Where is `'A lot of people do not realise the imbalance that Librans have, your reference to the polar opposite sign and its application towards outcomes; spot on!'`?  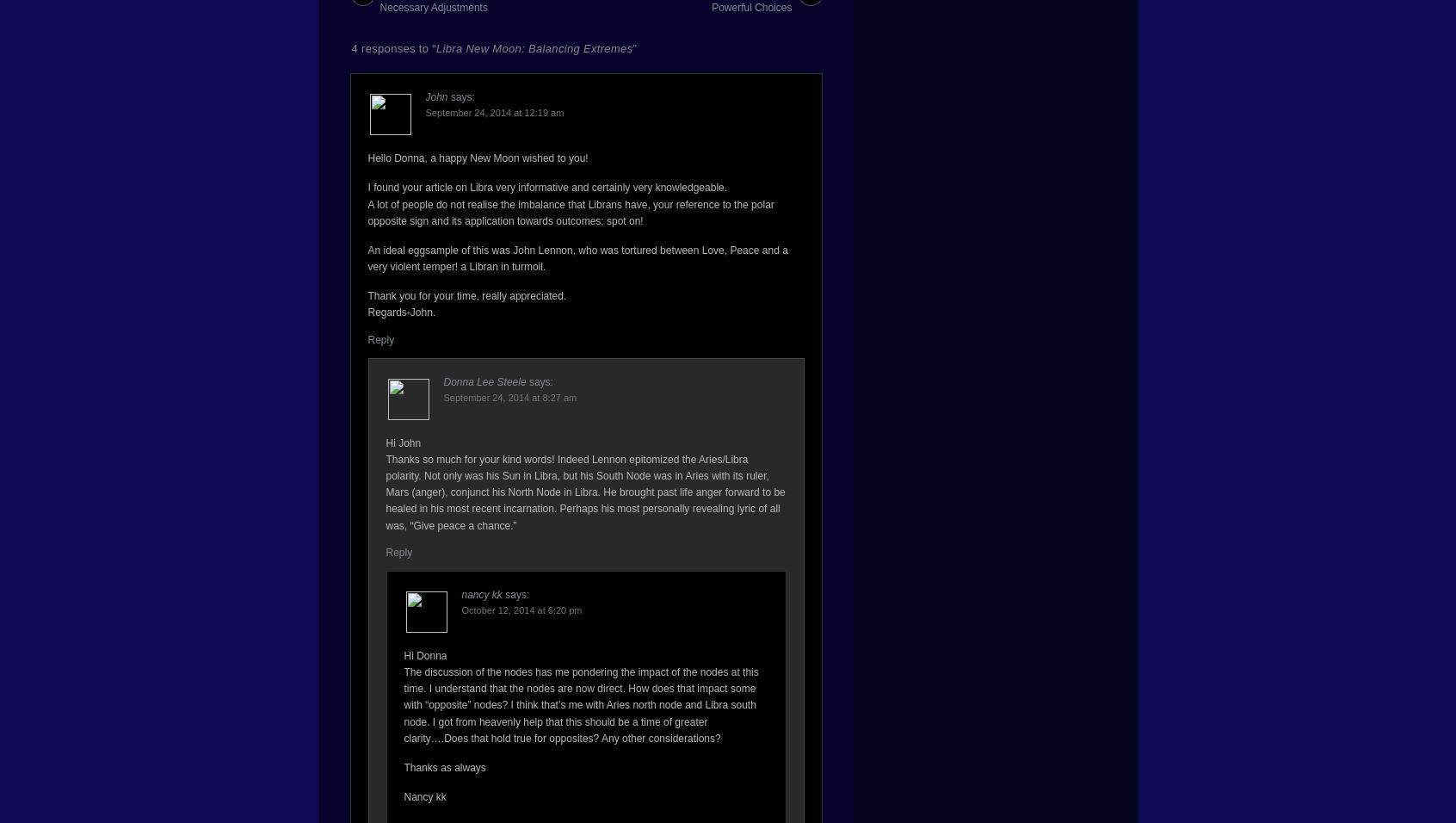
'A lot of people do not realise the imbalance that Librans have, your reference to the polar opposite sign and its application towards outcomes; spot on!' is located at coordinates (570, 211).